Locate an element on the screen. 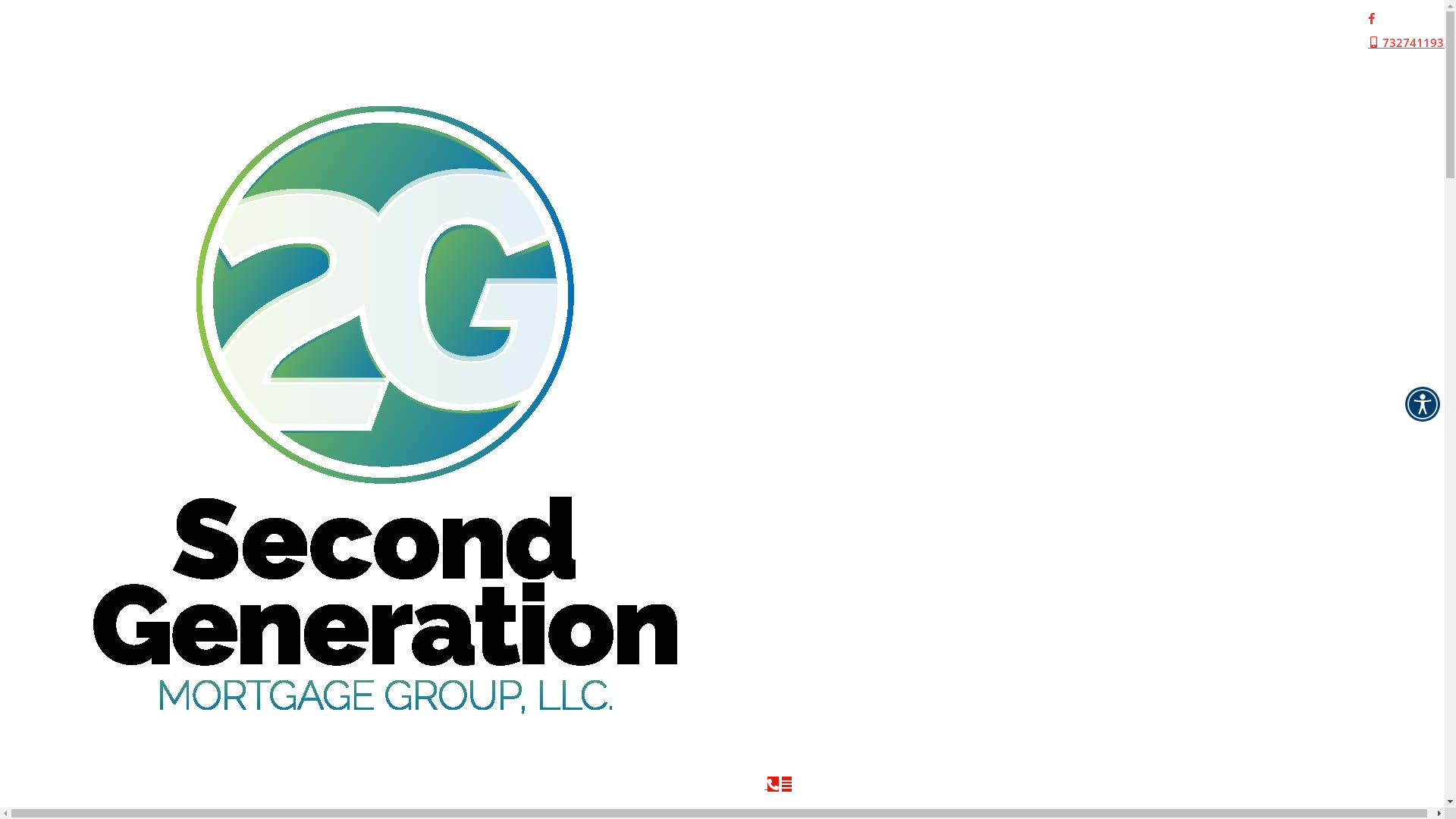 Image resolution: width=1456 pixels, height=819 pixels. '7327411933' is located at coordinates (1408, 42).